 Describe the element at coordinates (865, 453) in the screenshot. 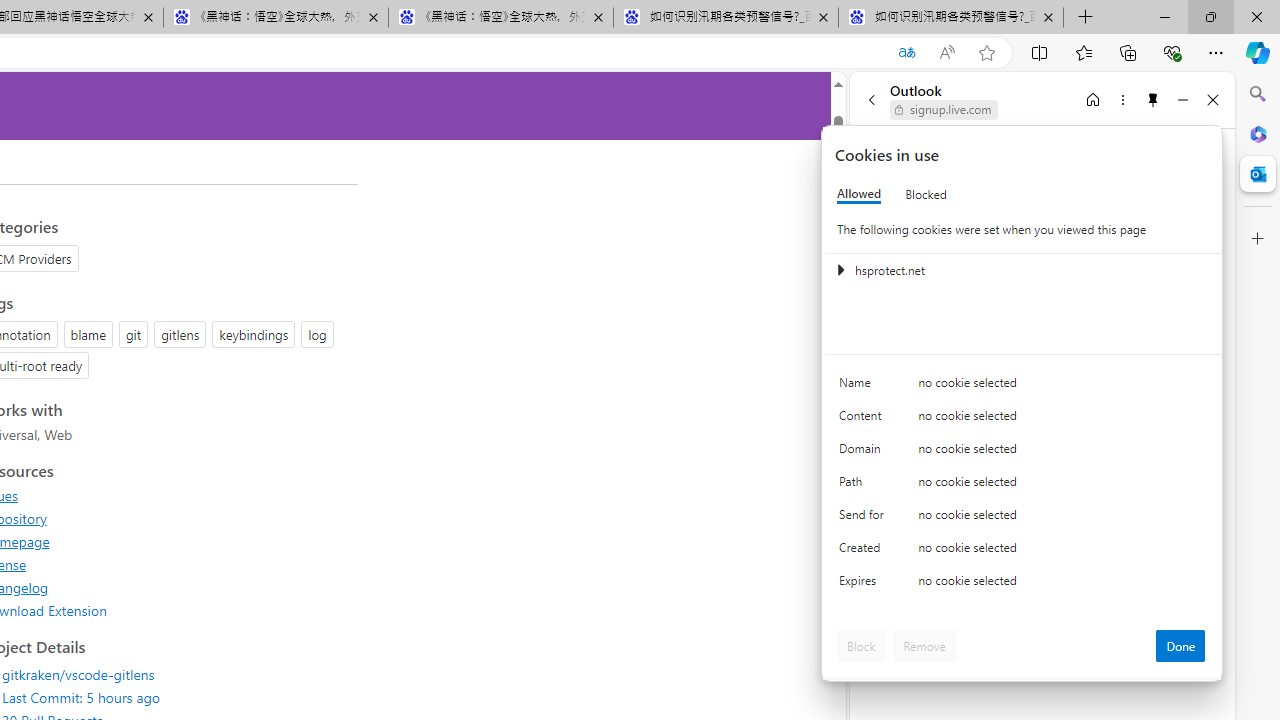

I see `'Domain'` at that location.